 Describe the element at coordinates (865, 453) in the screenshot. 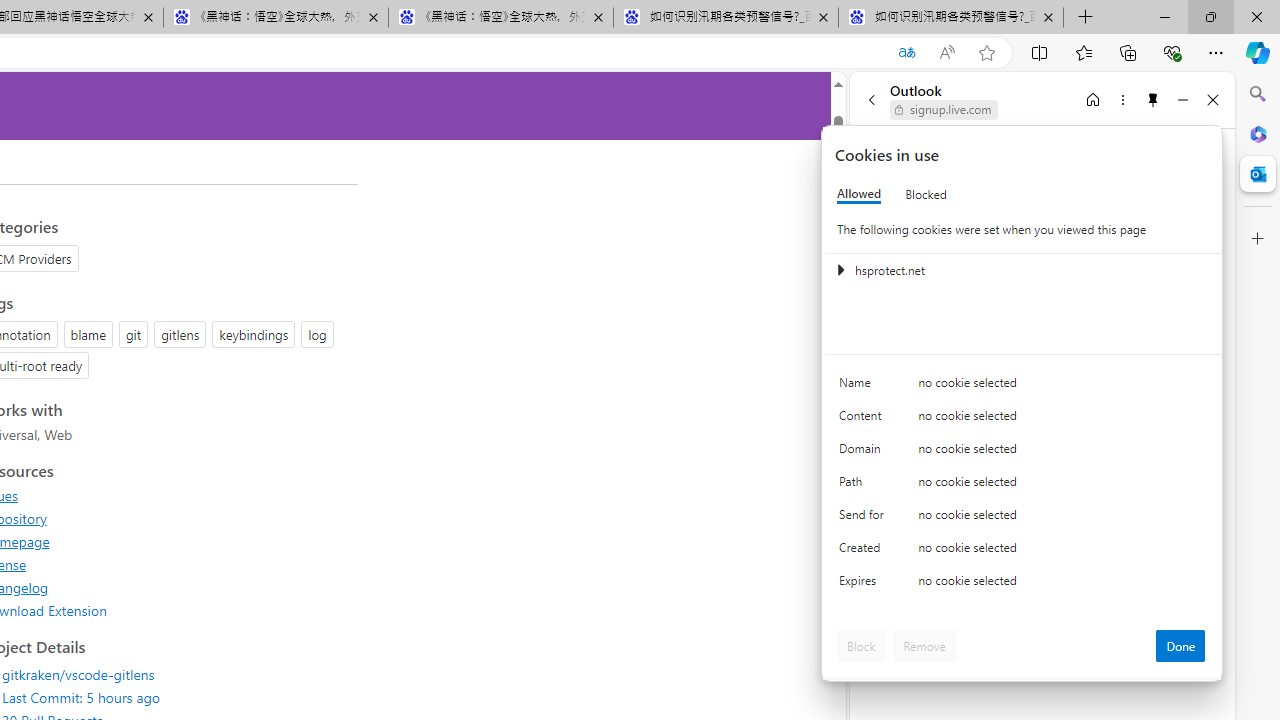

I see `'Domain'` at that location.